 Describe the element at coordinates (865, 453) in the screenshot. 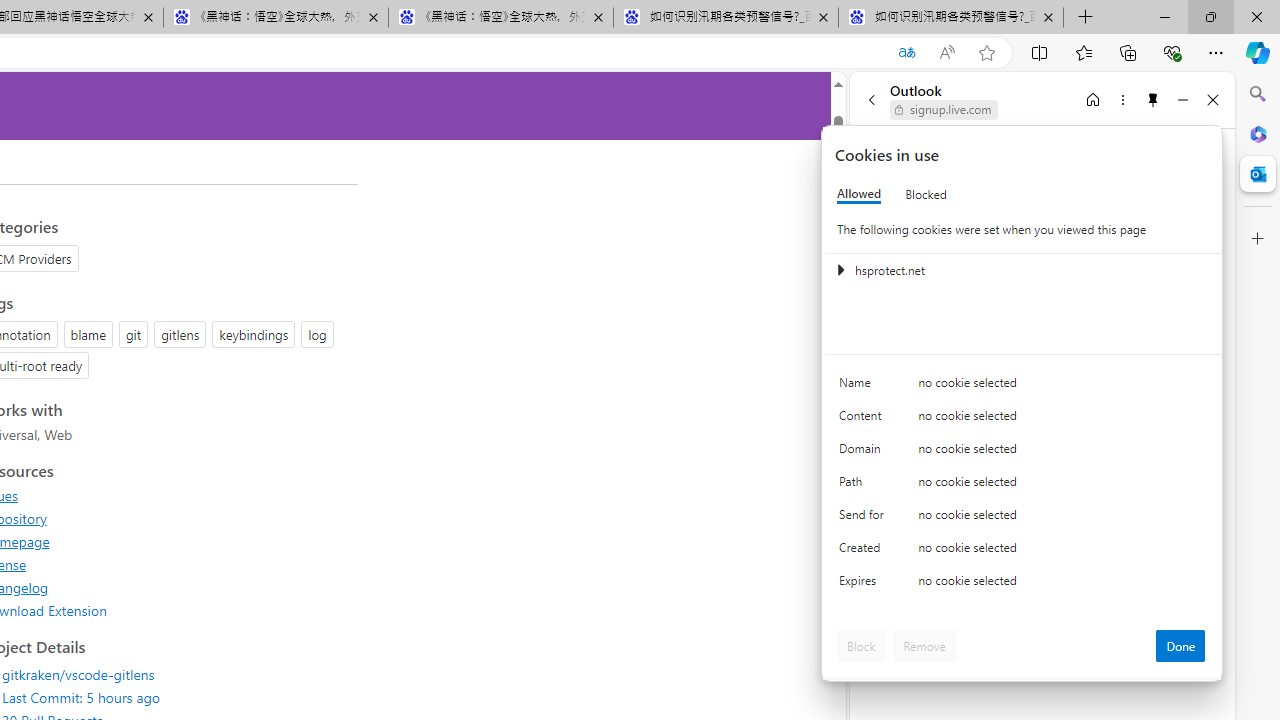

I see `'Domain'` at that location.